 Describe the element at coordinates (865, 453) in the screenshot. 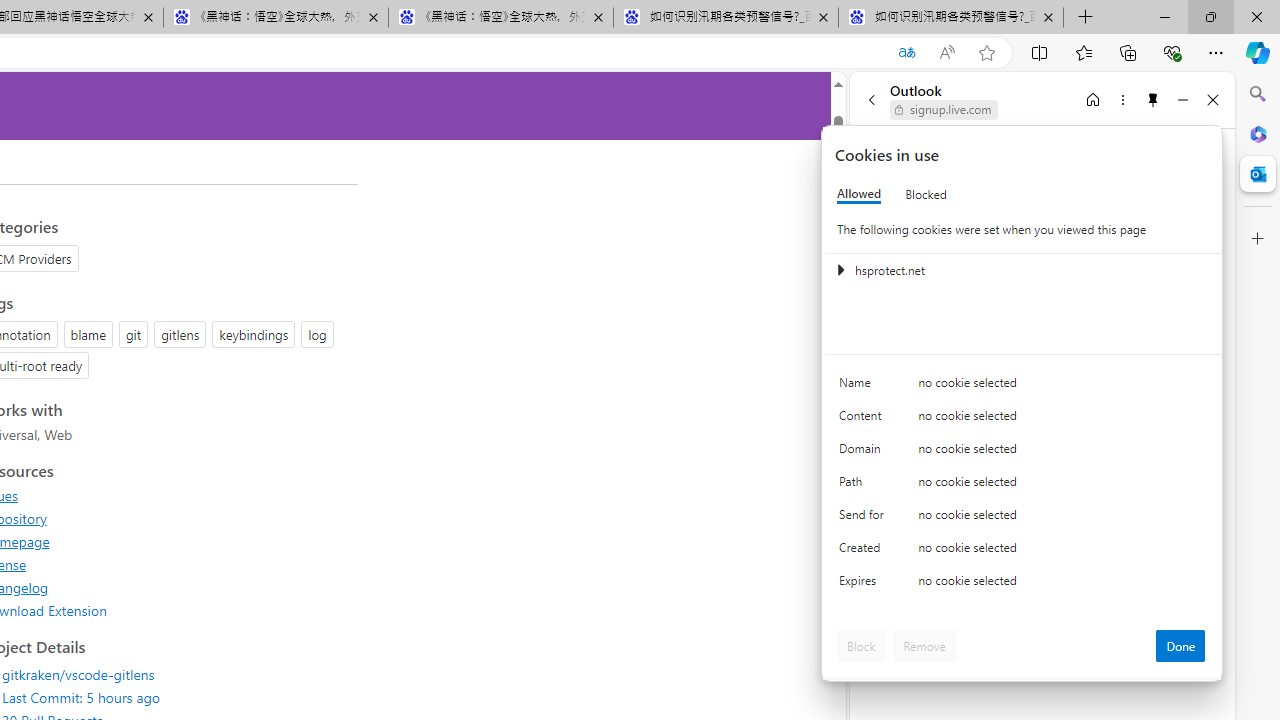

I see `'Domain'` at that location.